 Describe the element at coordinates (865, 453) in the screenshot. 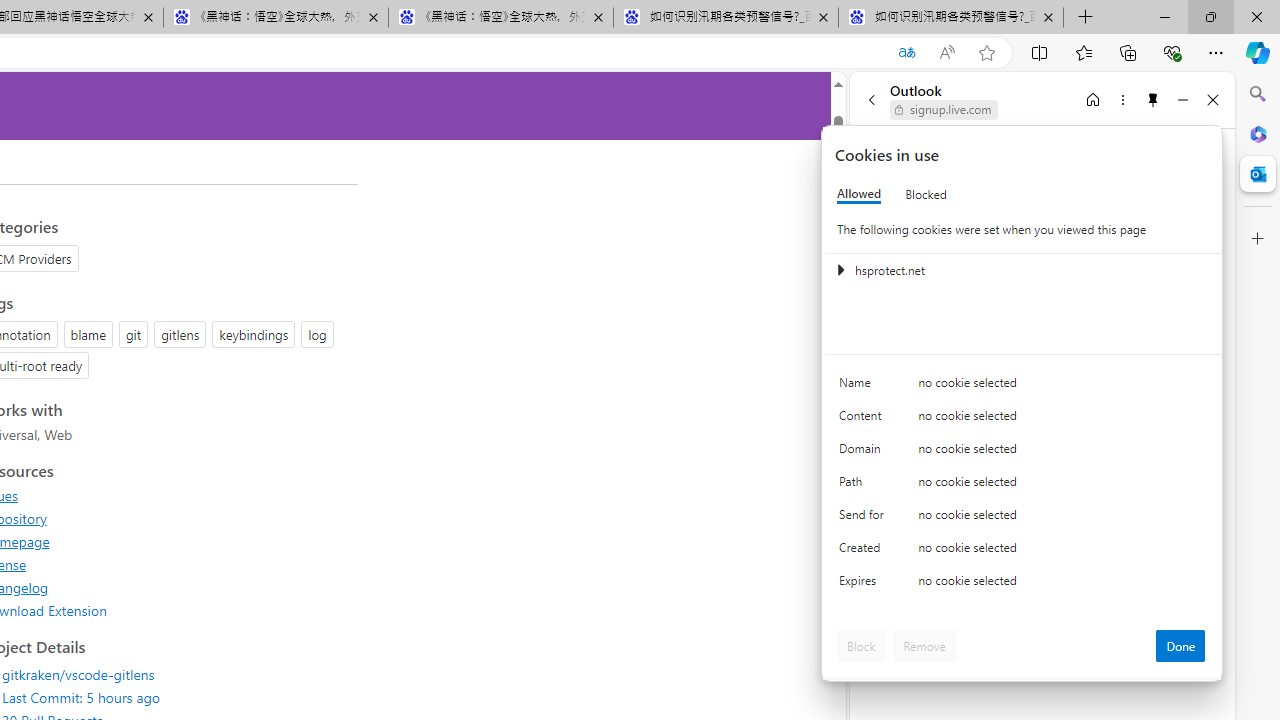

I see `'Domain'` at that location.